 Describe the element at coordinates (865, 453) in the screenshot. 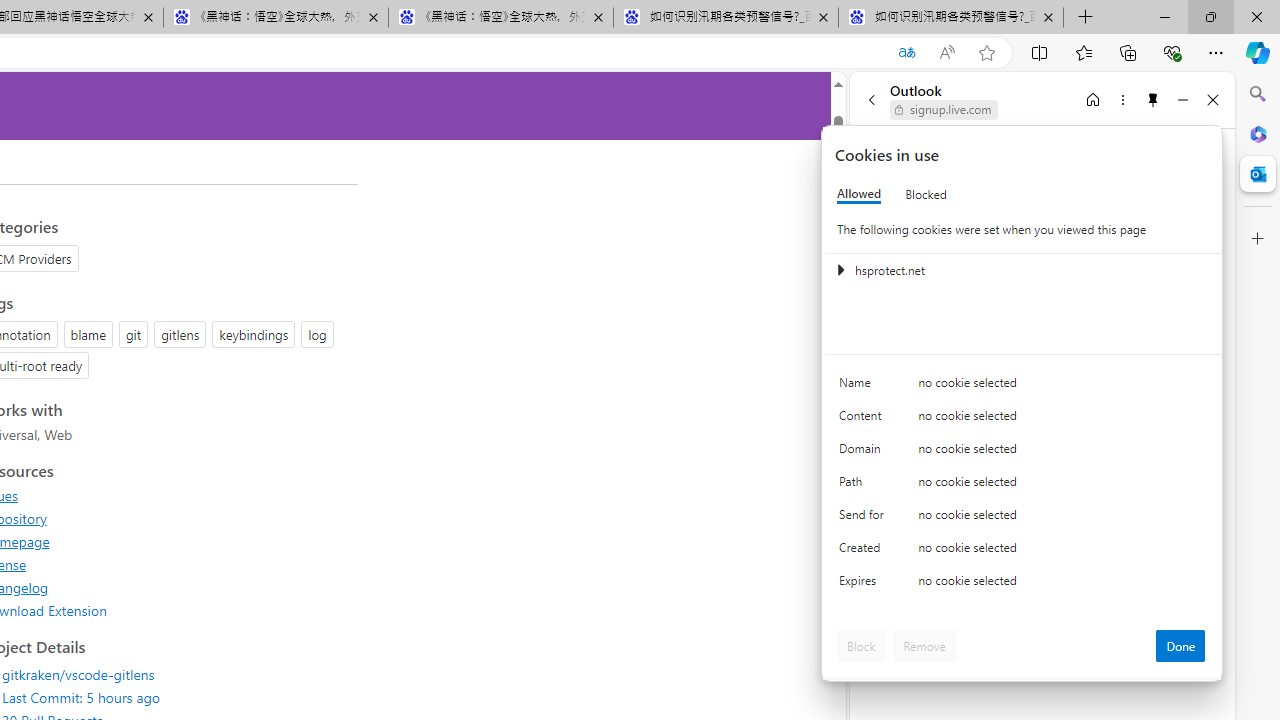

I see `'Domain'` at that location.